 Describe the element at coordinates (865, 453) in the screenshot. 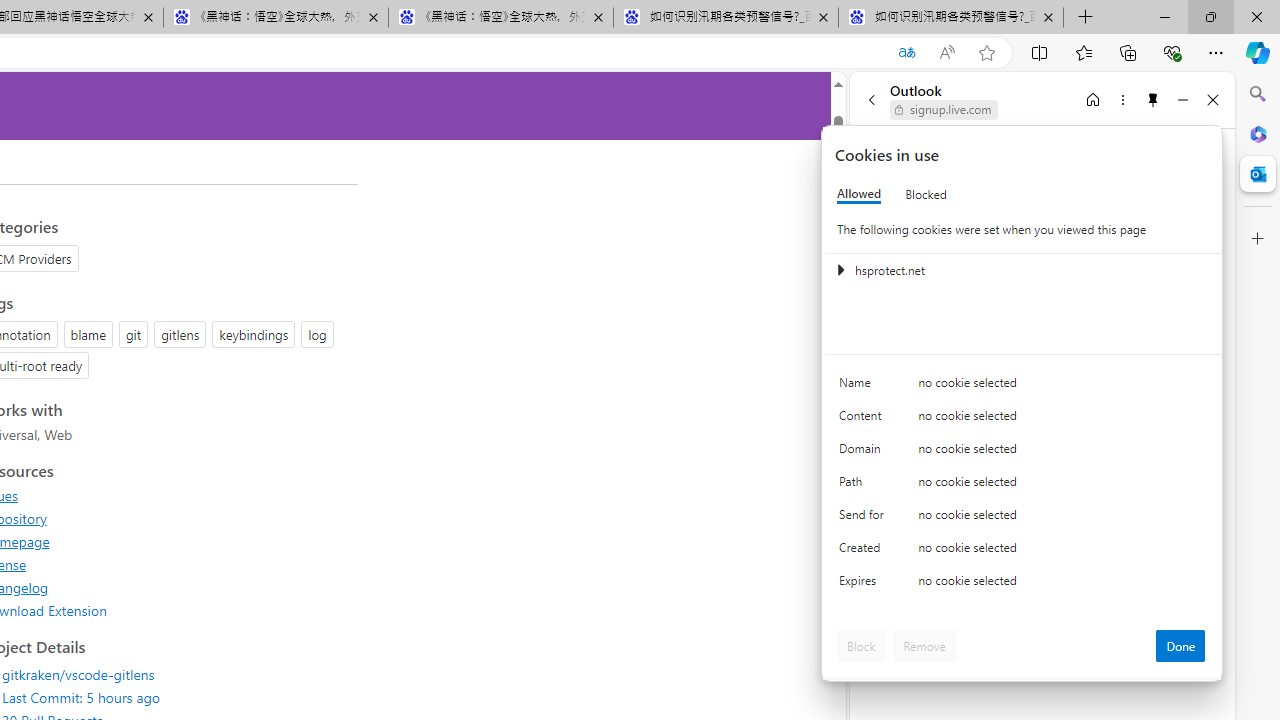

I see `'Domain'` at that location.